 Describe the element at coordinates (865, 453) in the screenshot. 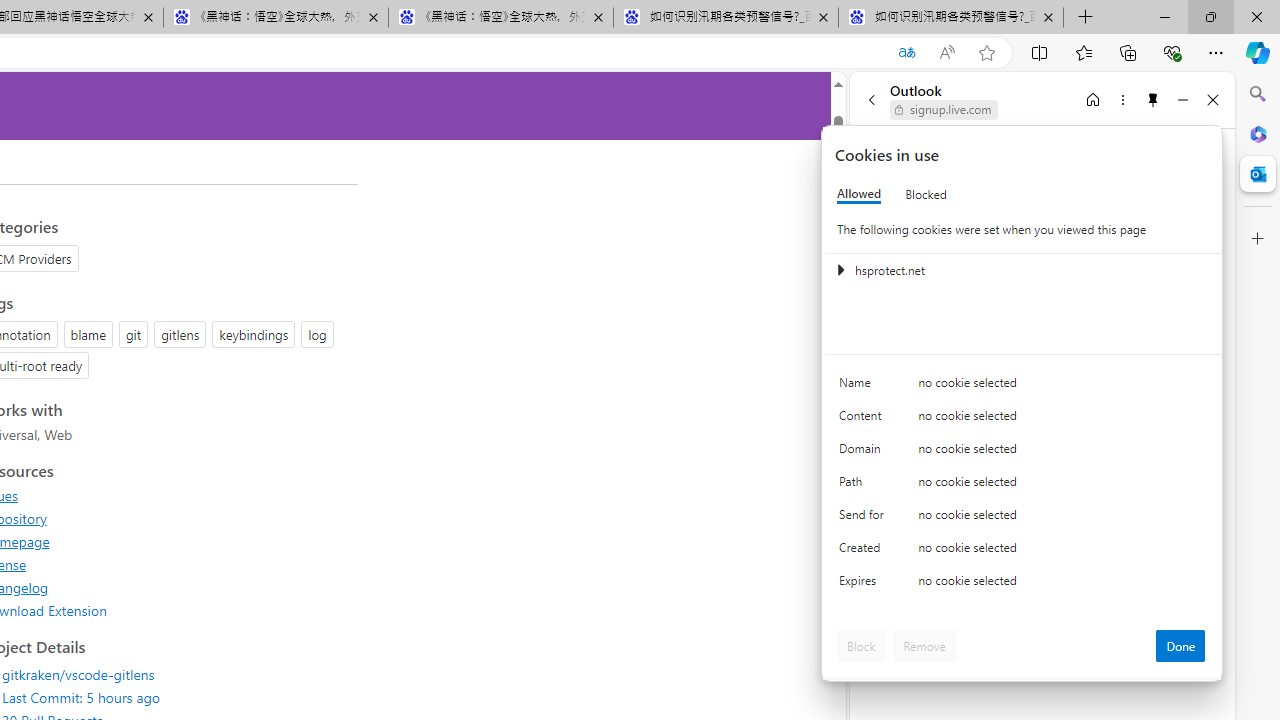

I see `'Domain'` at that location.